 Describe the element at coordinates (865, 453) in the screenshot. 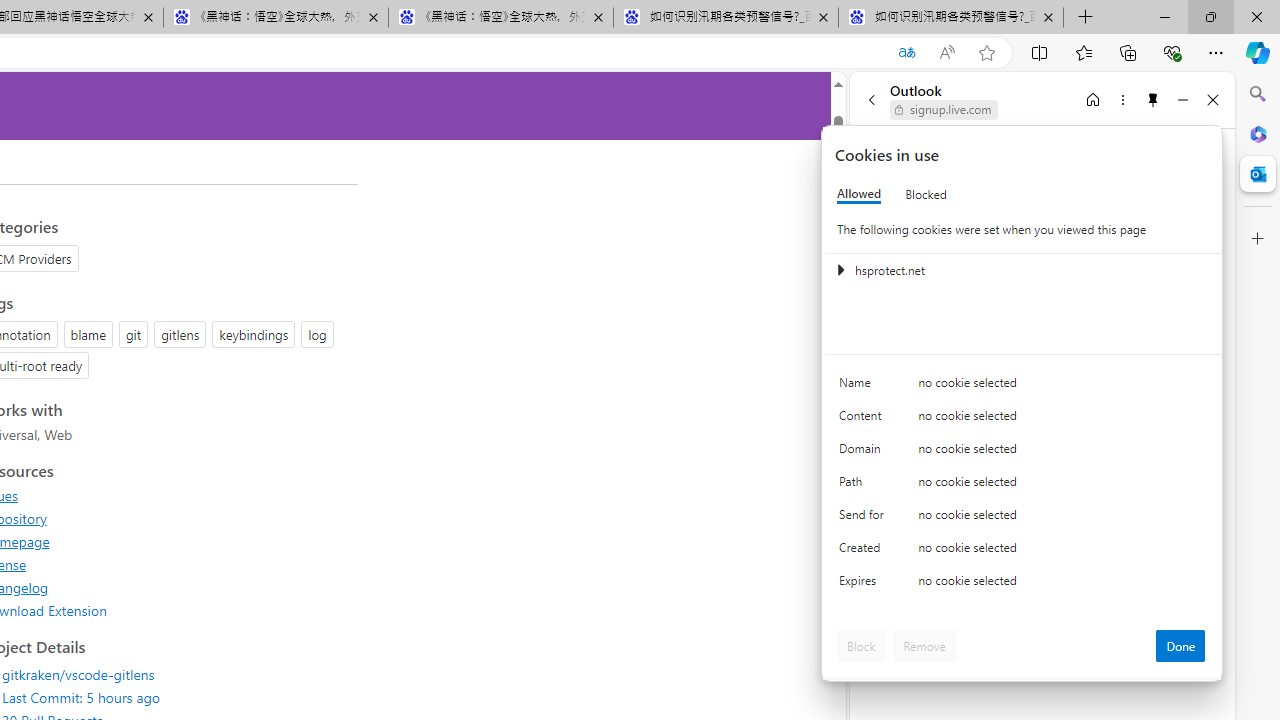

I see `'Domain'` at that location.